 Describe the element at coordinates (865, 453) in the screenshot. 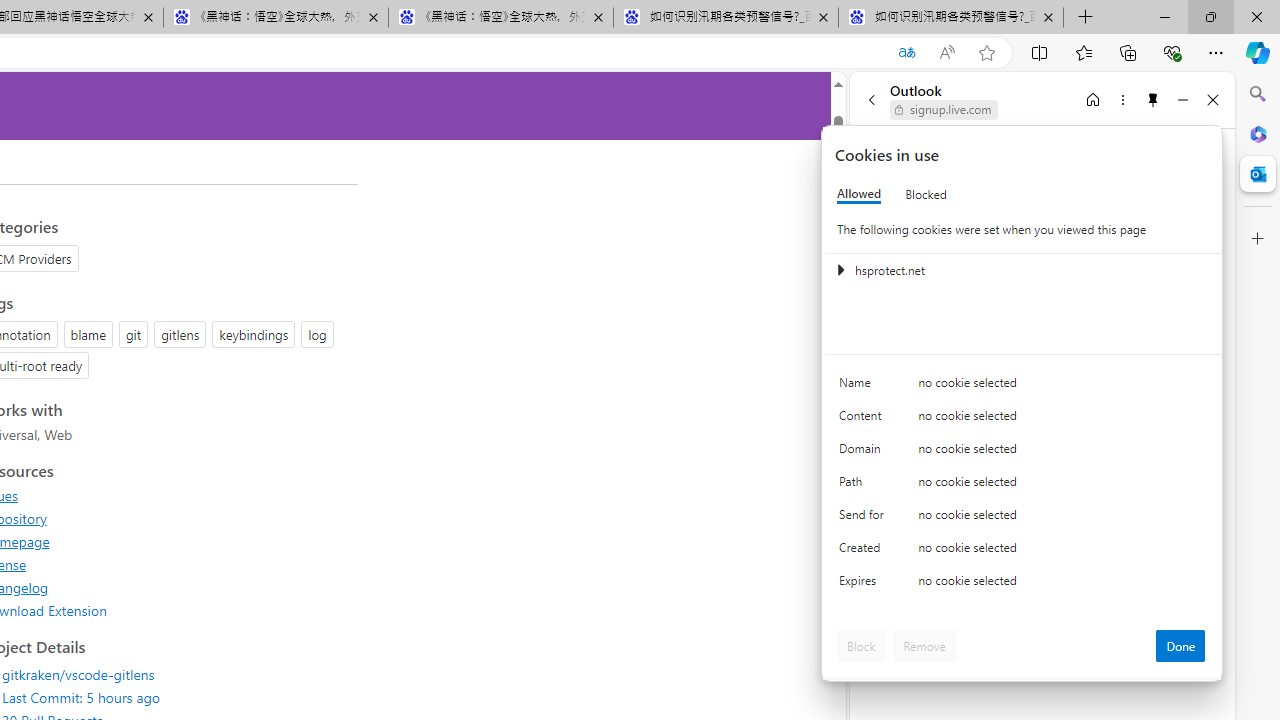

I see `'Domain'` at that location.